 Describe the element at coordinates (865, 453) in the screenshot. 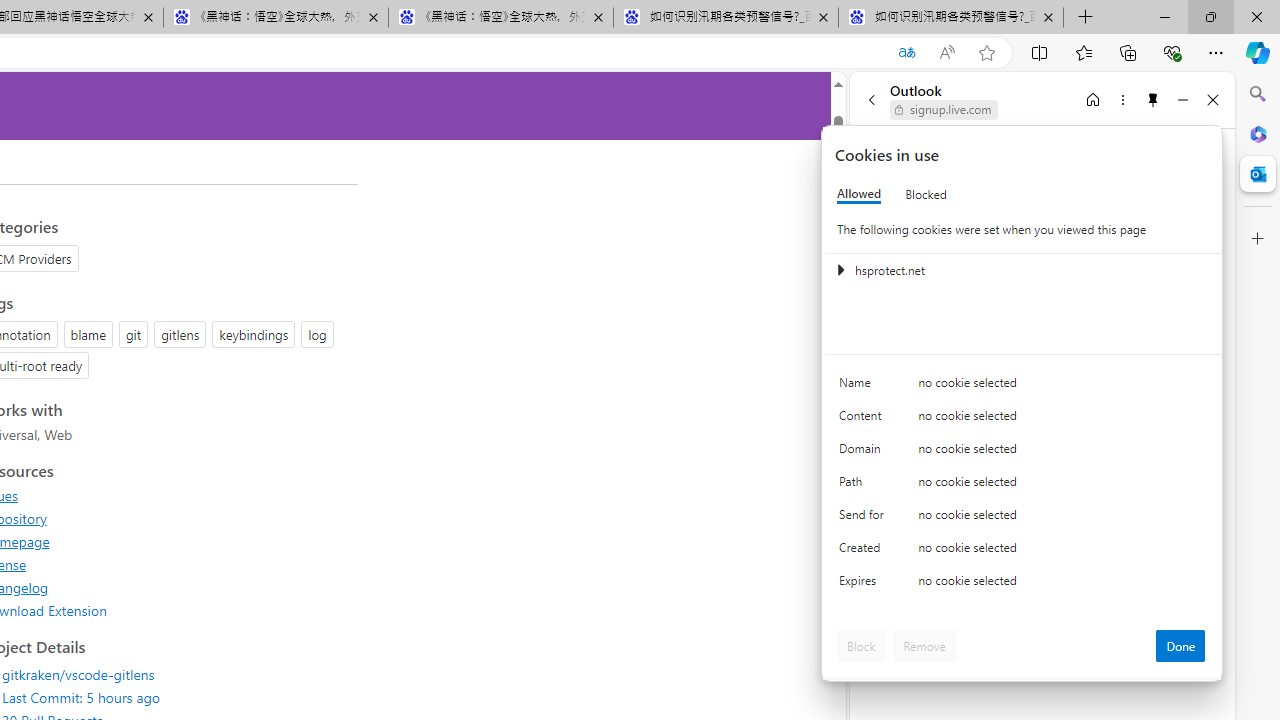

I see `'Domain'` at that location.